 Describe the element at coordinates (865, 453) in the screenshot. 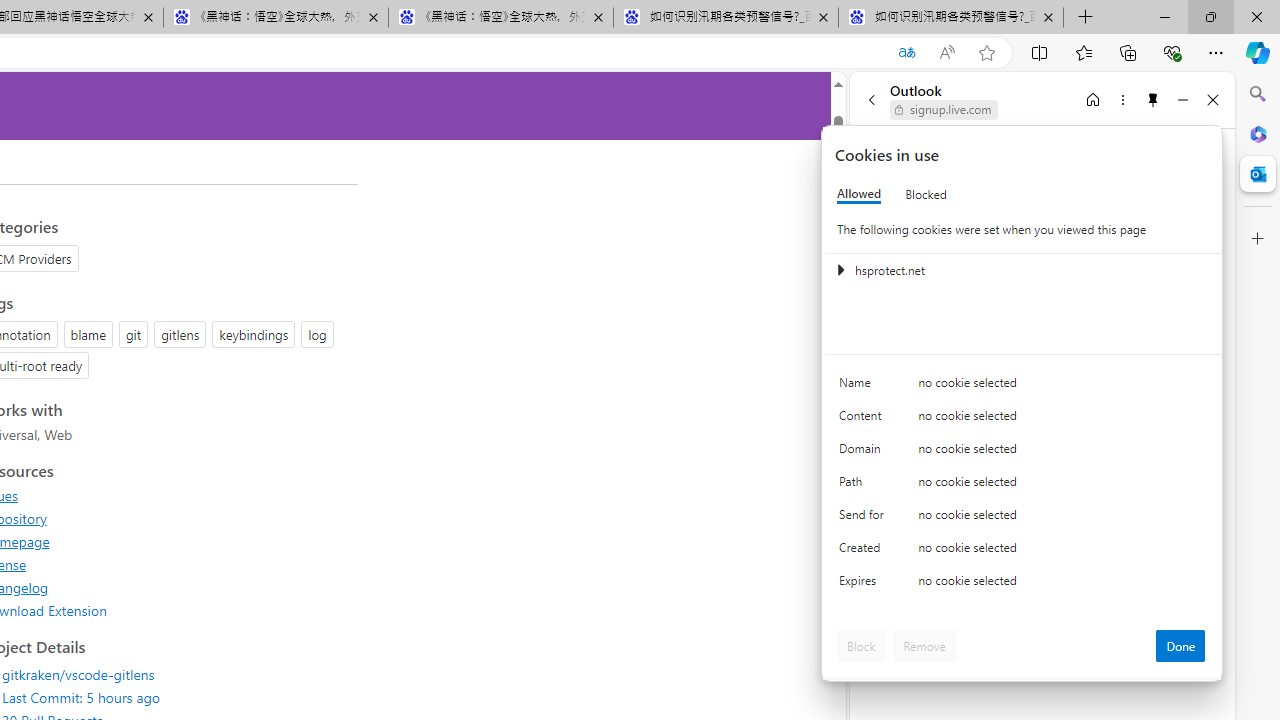

I see `'Domain'` at that location.